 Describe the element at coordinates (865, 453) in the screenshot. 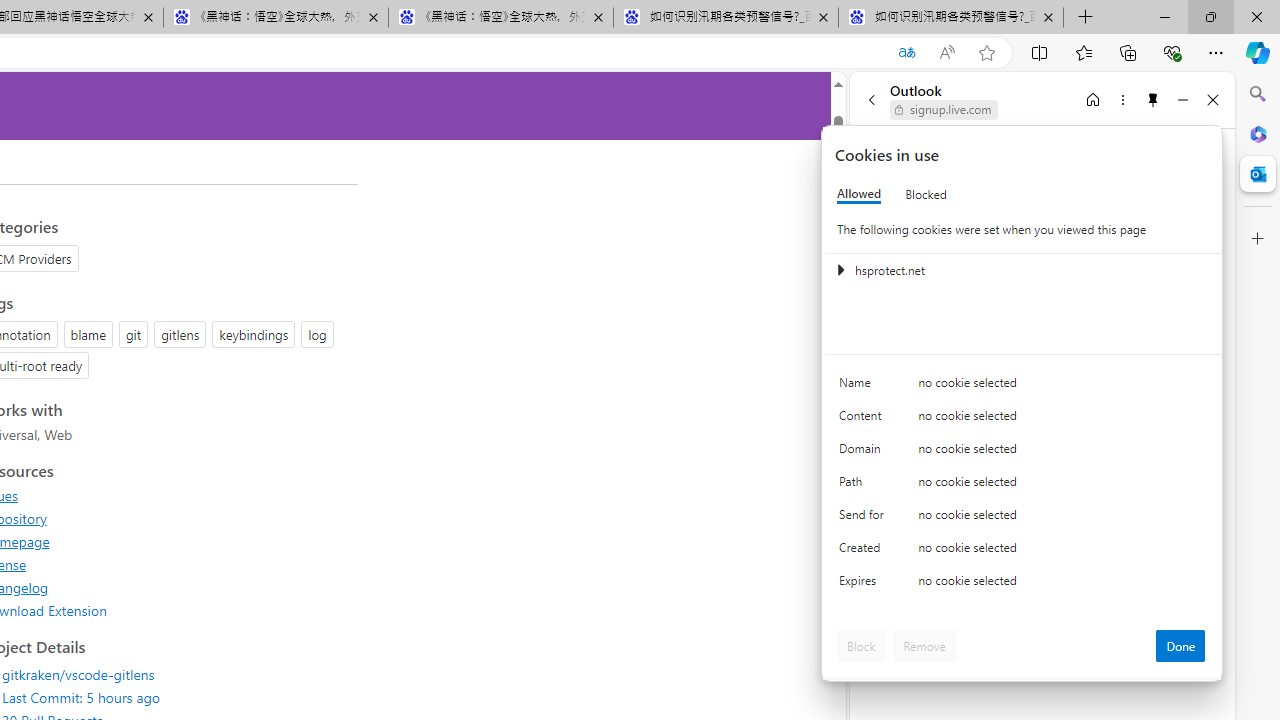

I see `'Domain'` at that location.